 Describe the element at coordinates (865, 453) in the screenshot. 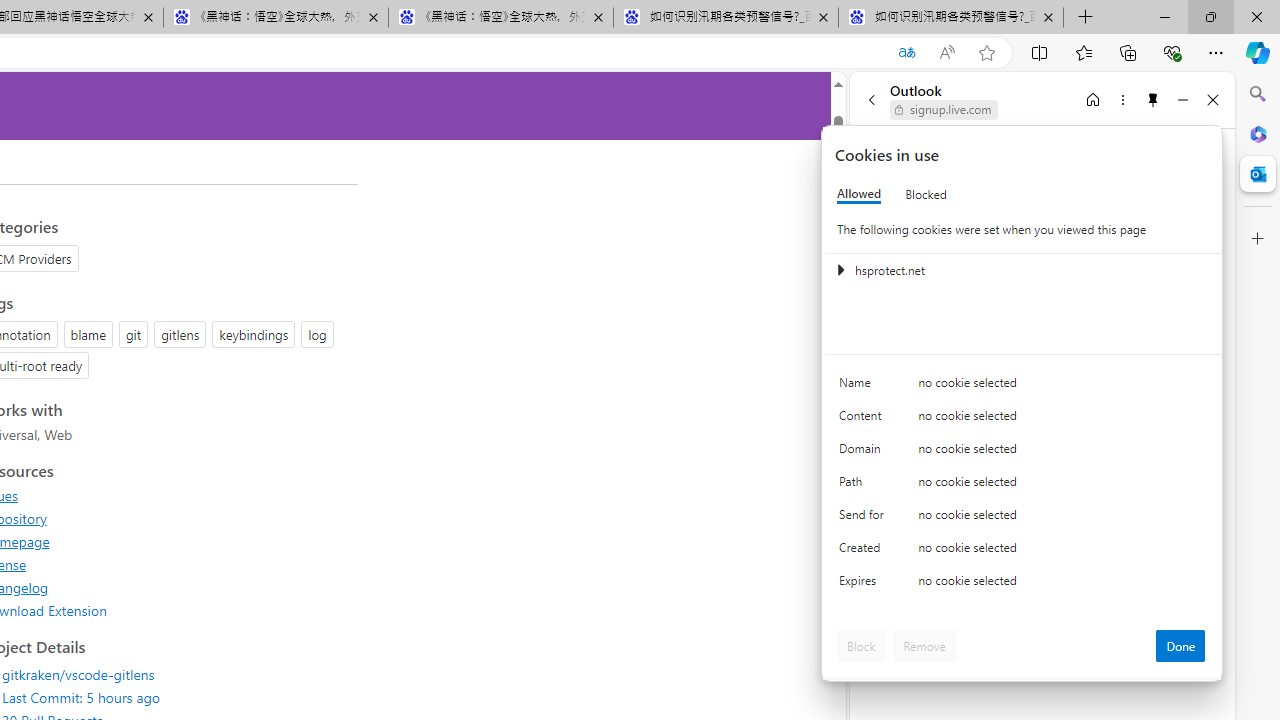

I see `'Domain'` at that location.